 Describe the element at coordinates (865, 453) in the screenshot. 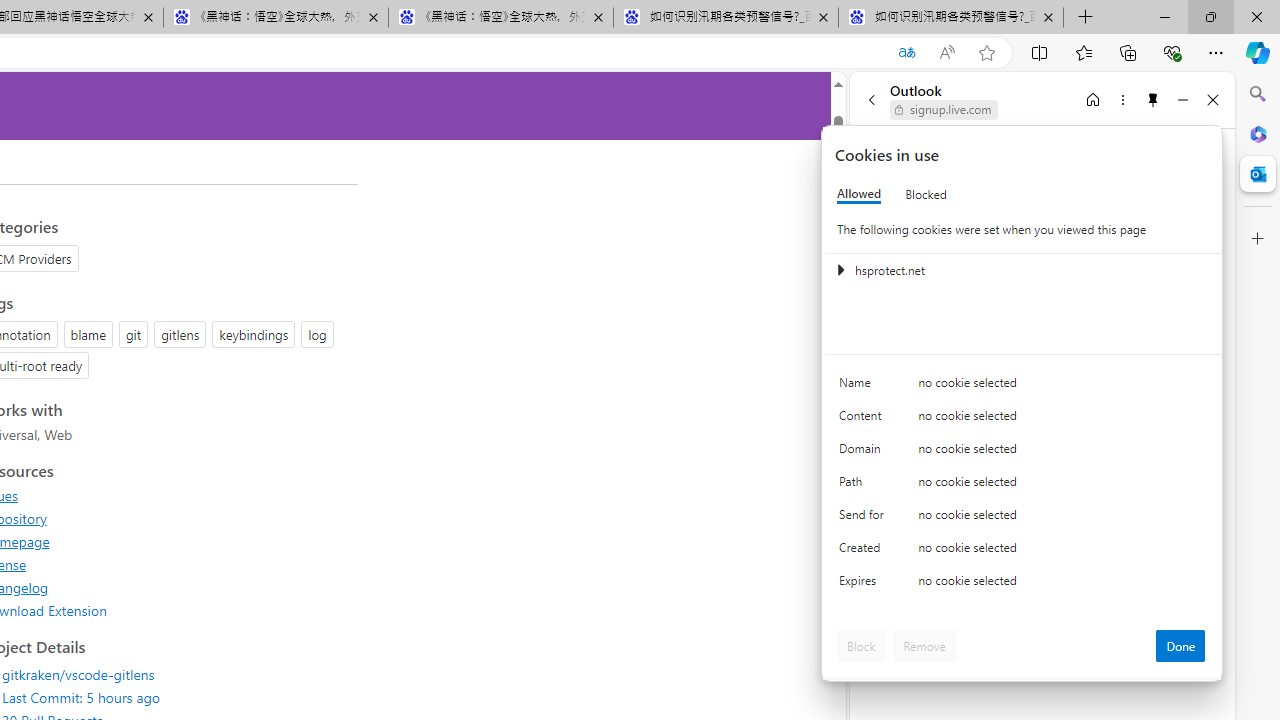

I see `'Domain'` at that location.